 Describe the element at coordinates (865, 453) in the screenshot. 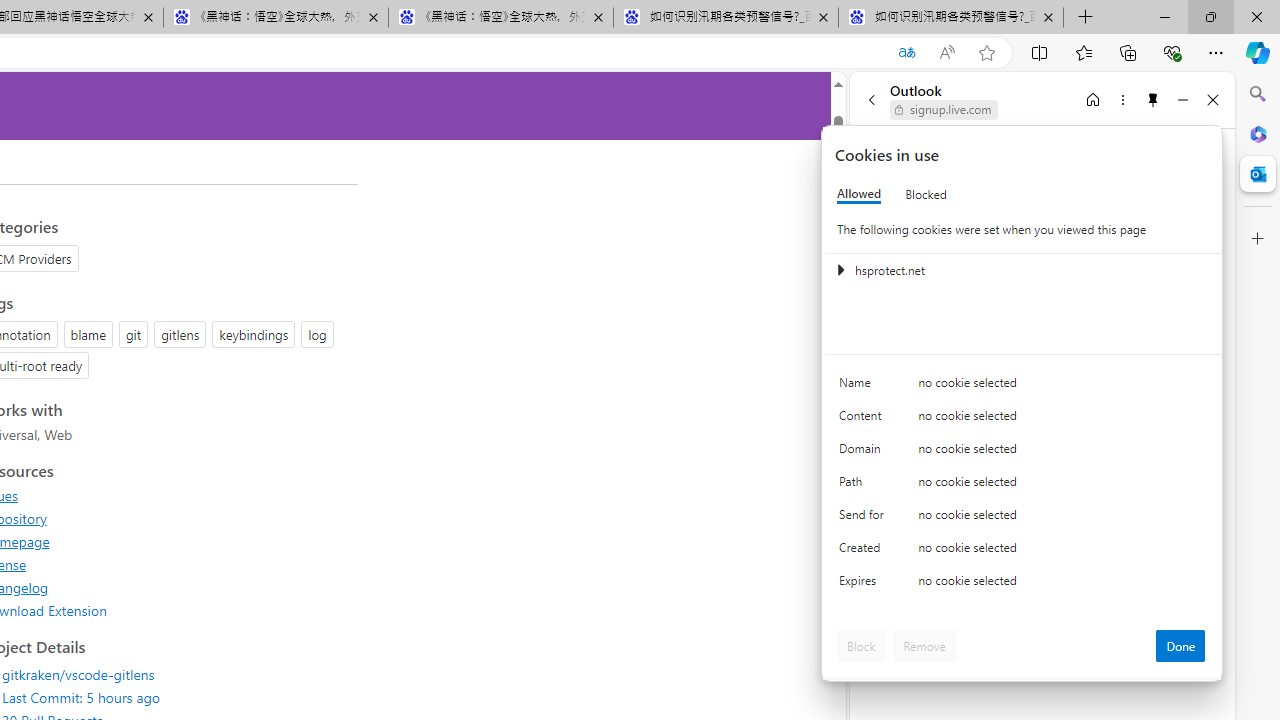

I see `'Domain'` at that location.